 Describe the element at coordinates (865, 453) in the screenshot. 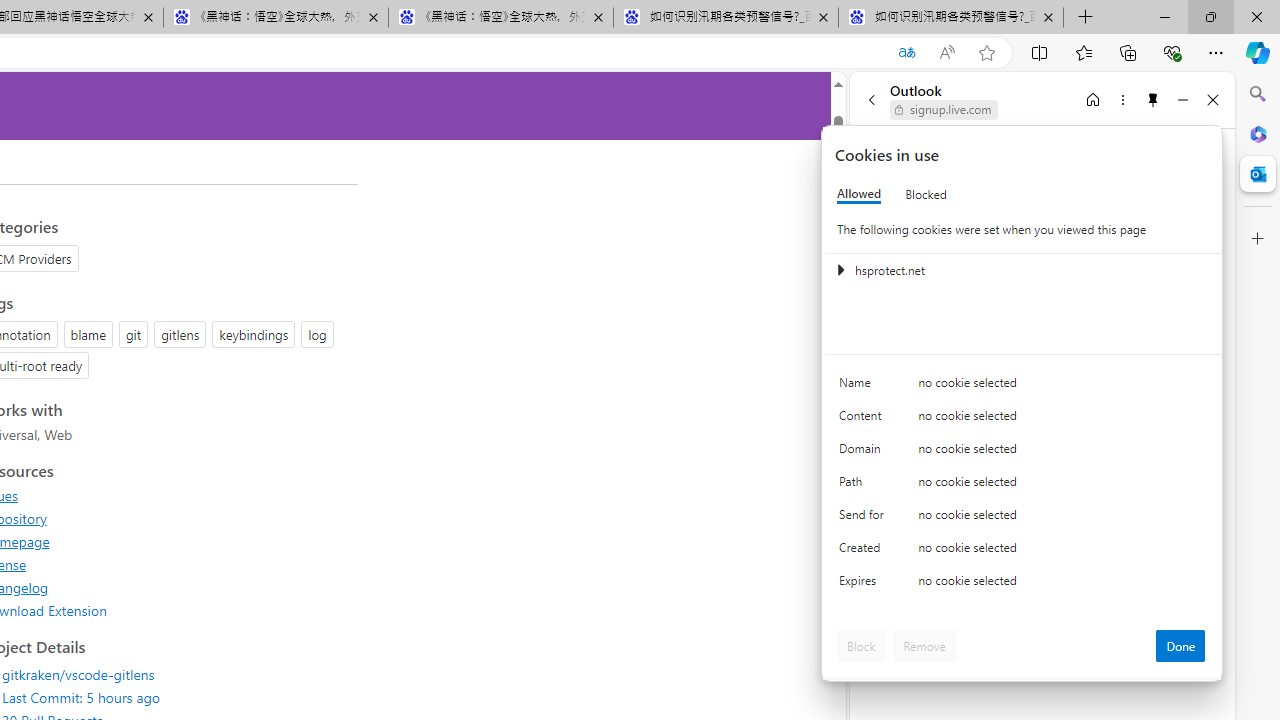

I see `'Domain'` at that location.